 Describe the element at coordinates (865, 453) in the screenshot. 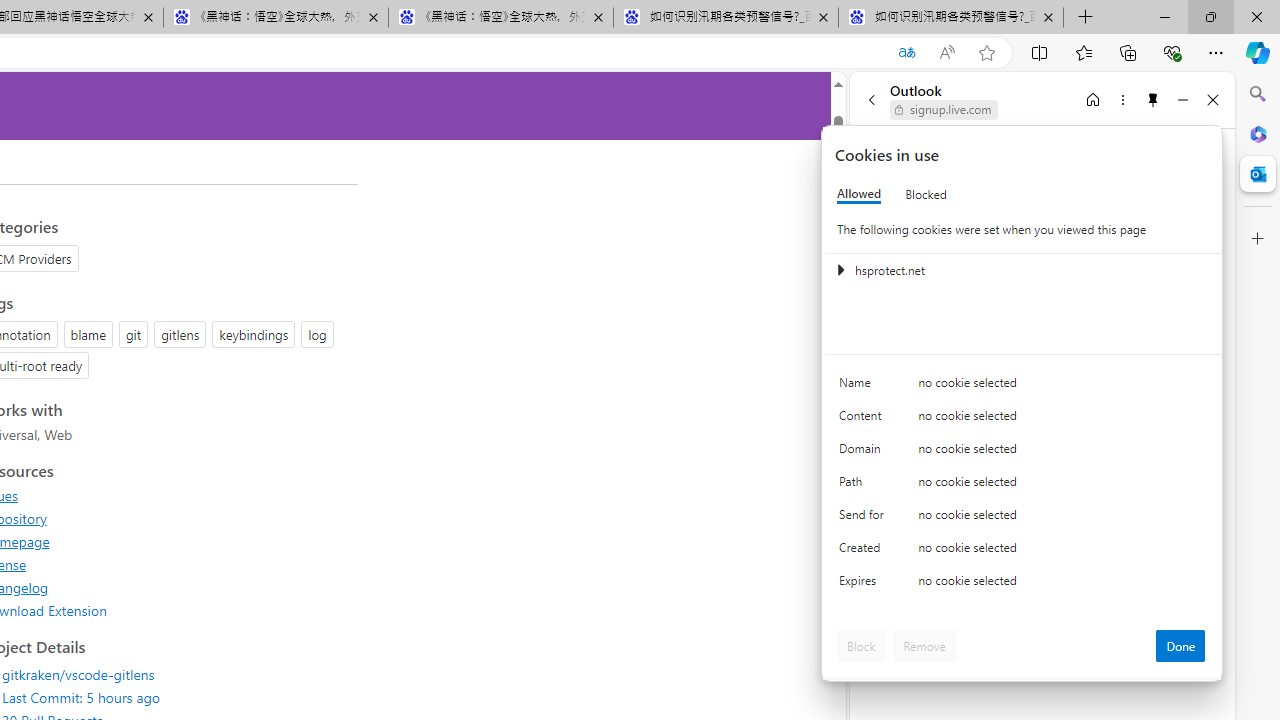

I see `'Domain'` at that location.